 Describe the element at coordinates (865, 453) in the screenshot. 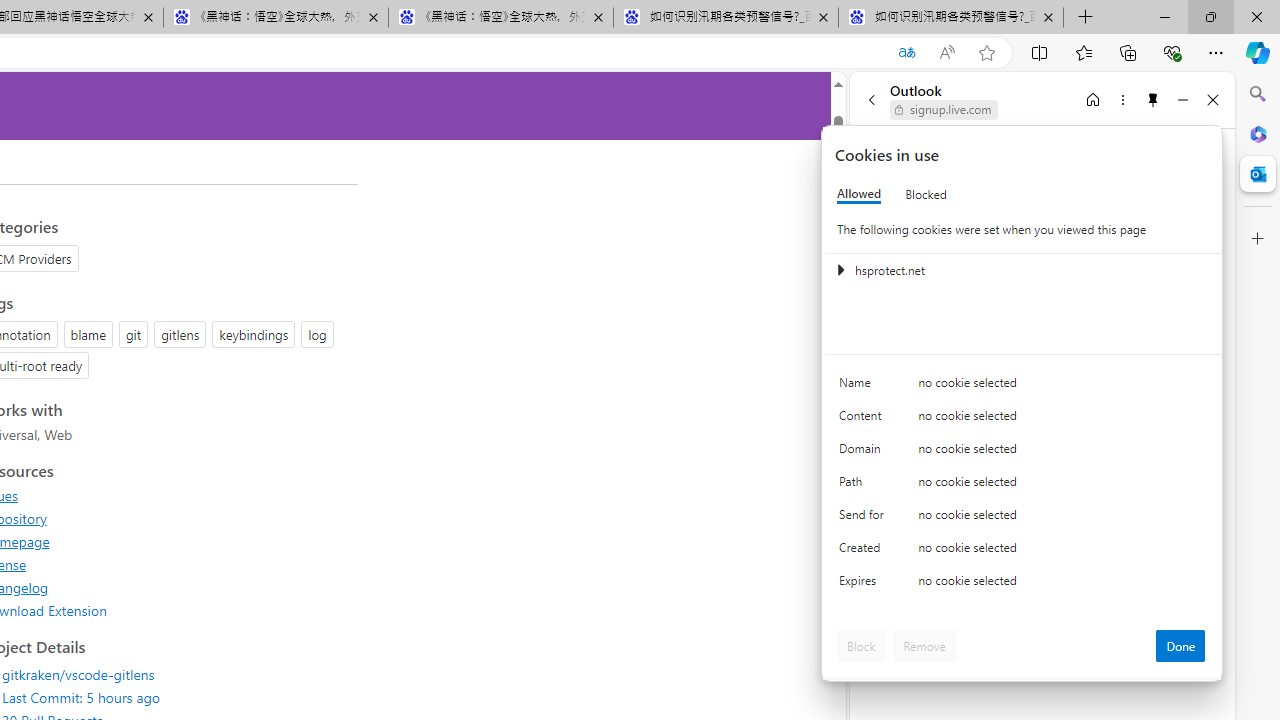

I see `'Domain'` at that location.